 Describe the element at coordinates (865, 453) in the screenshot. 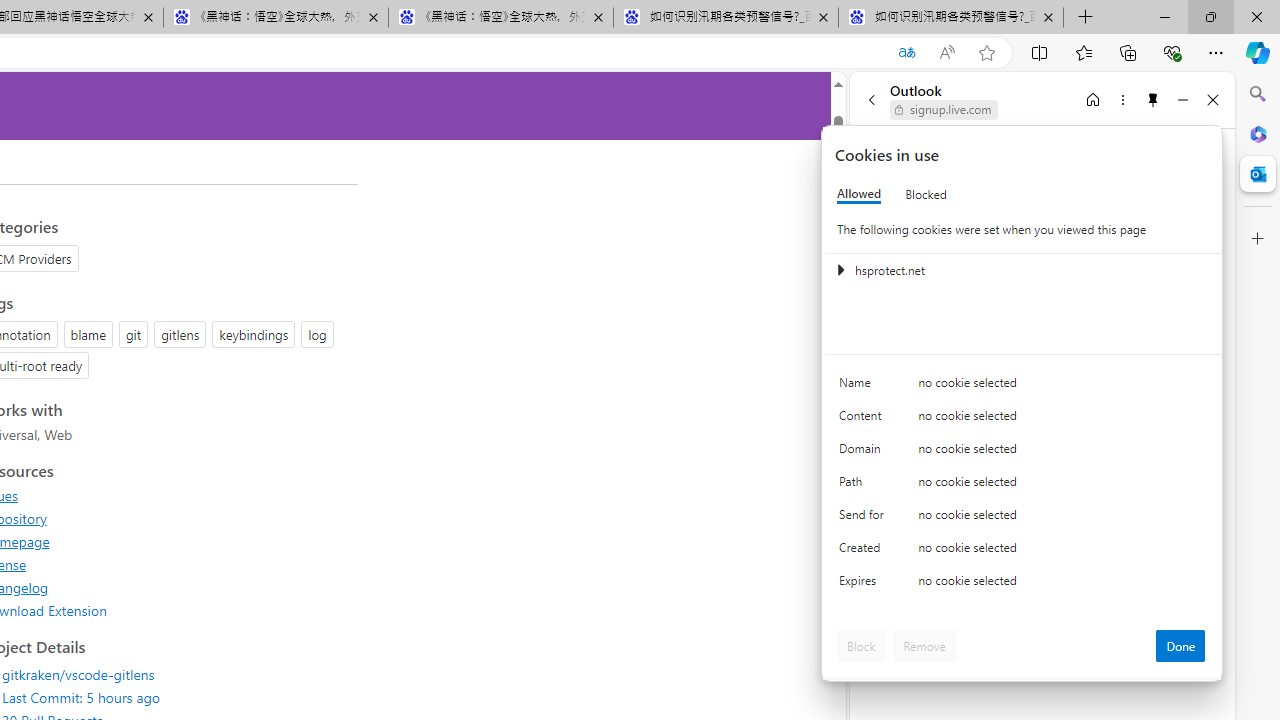

I see `'Domain'` at that location.